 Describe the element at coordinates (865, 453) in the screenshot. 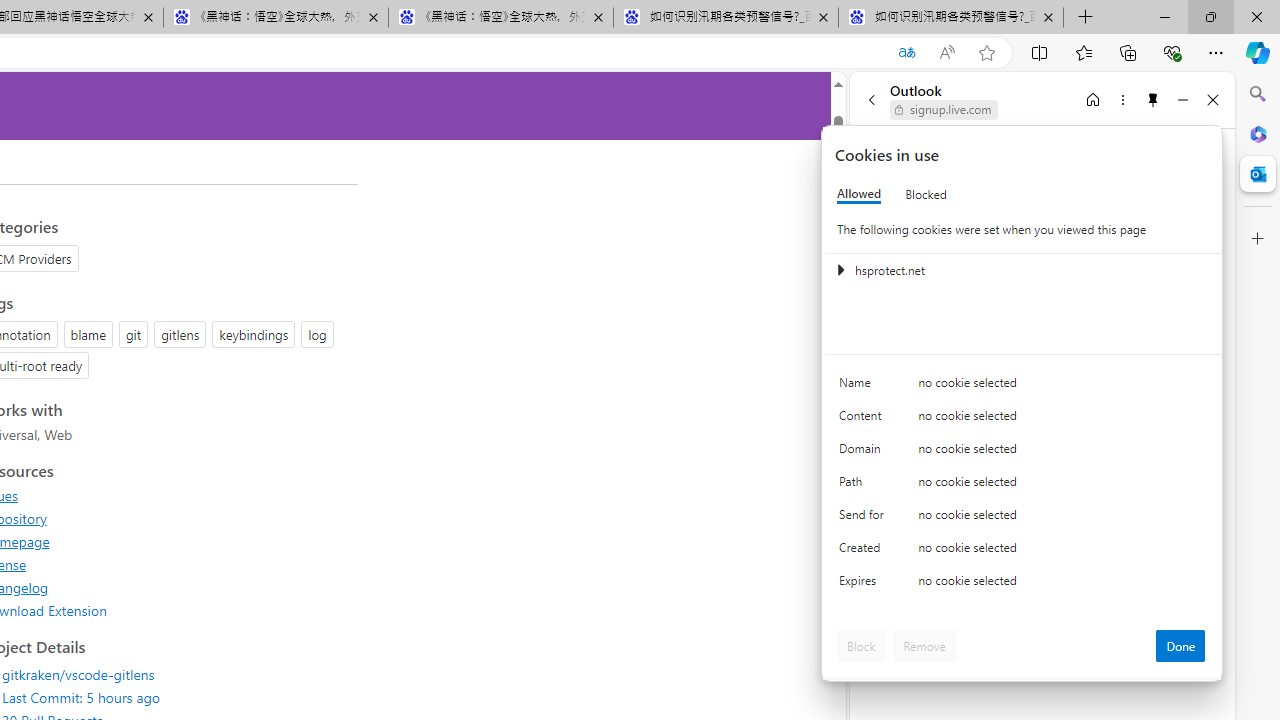

I see `'Domain'` at that location.